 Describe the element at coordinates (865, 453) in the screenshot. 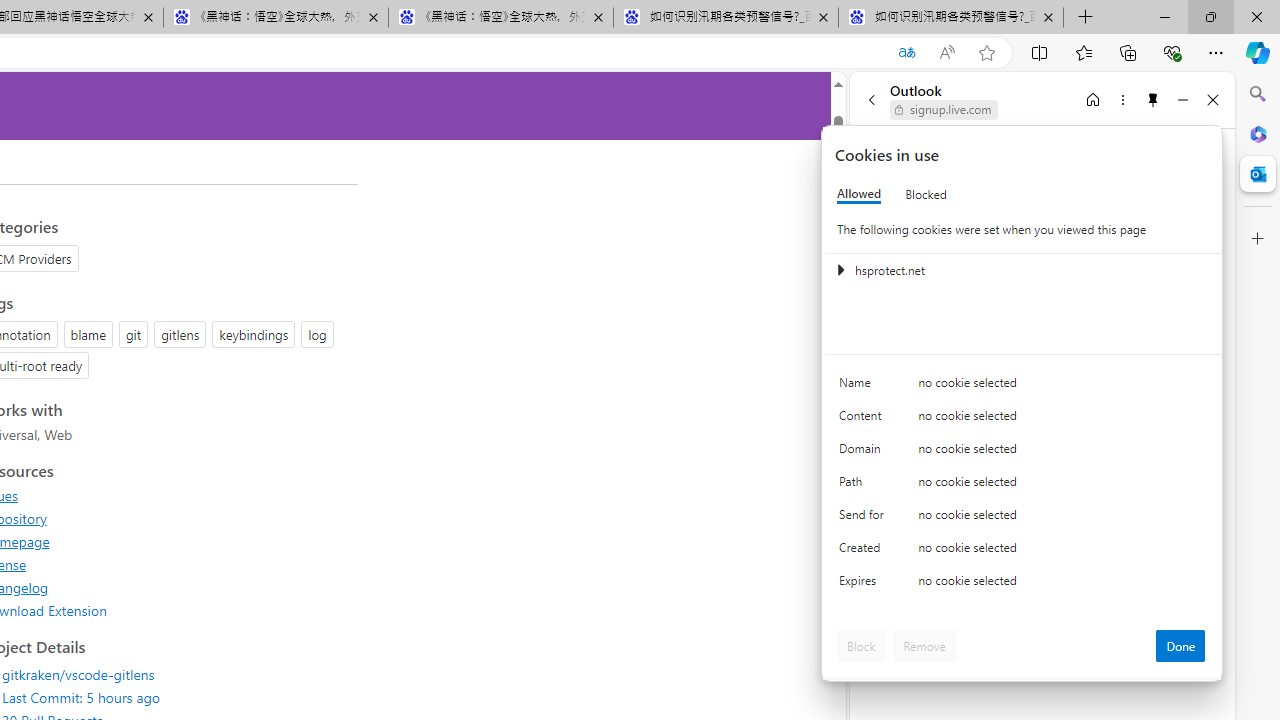

I see `'Domain'` at that location.